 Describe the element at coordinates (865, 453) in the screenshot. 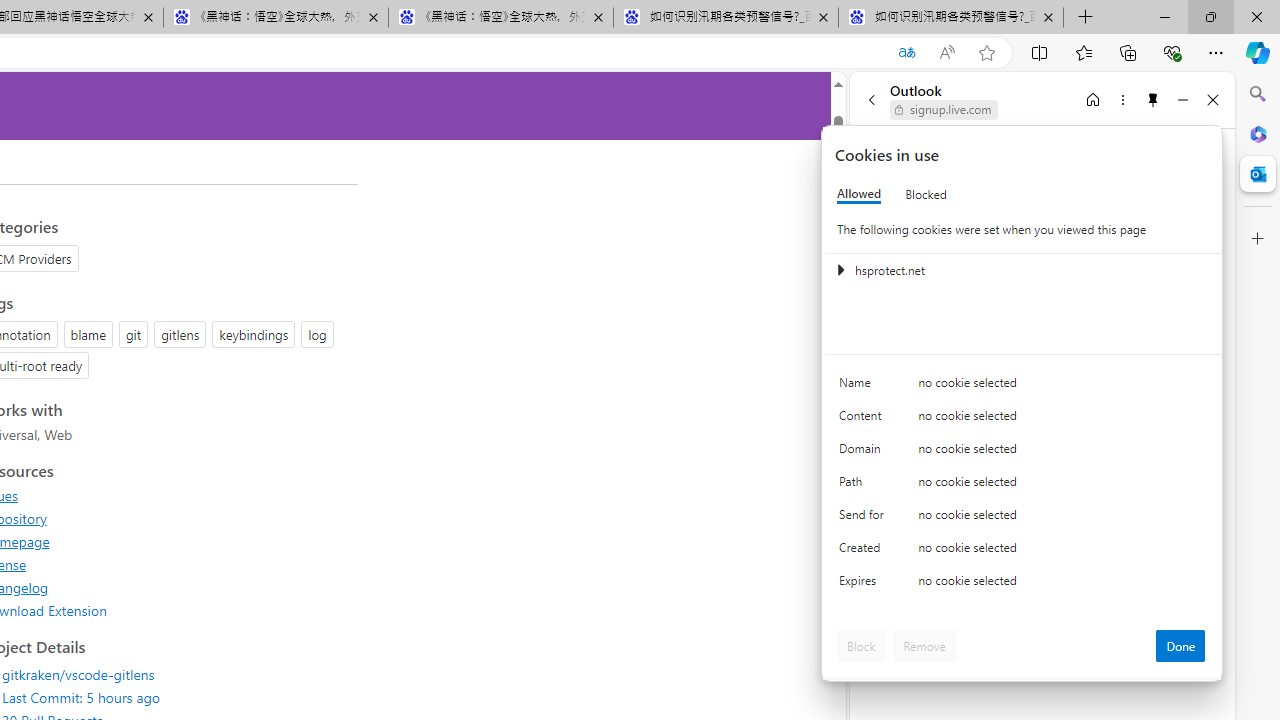

I see `'Domain'` at that location.